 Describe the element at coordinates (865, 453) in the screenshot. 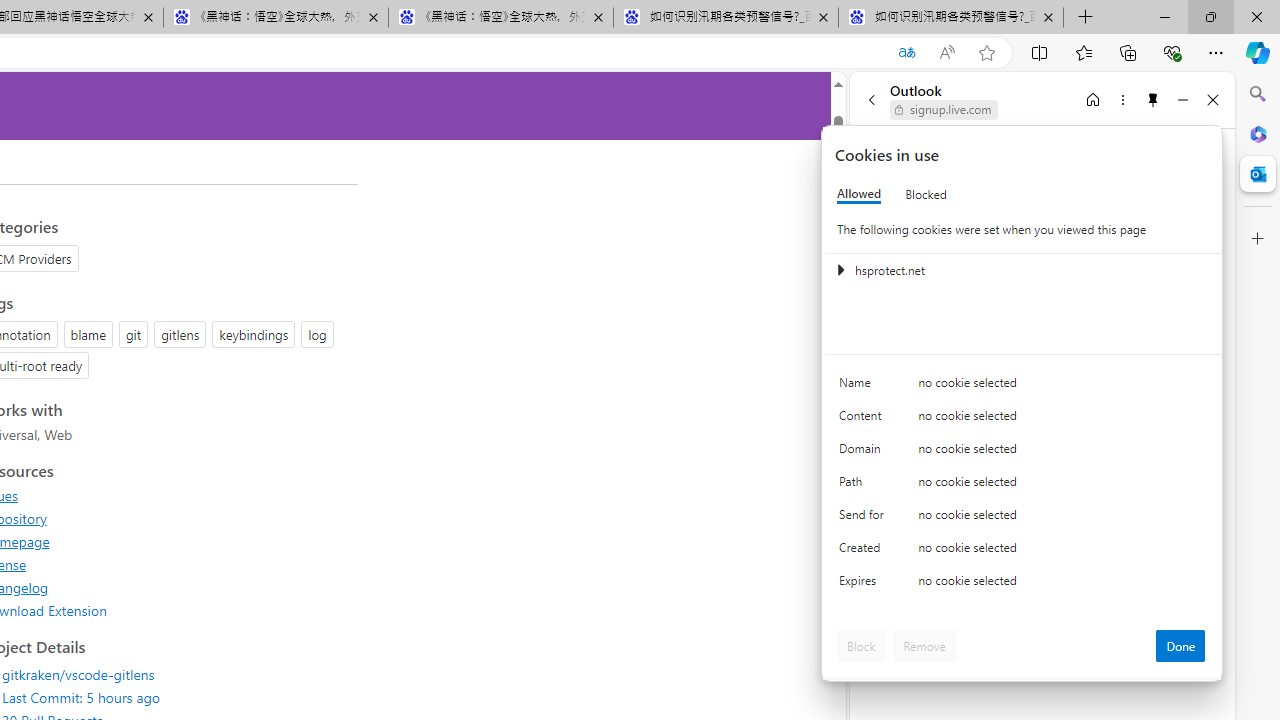

I see `'Domain'` at that location.